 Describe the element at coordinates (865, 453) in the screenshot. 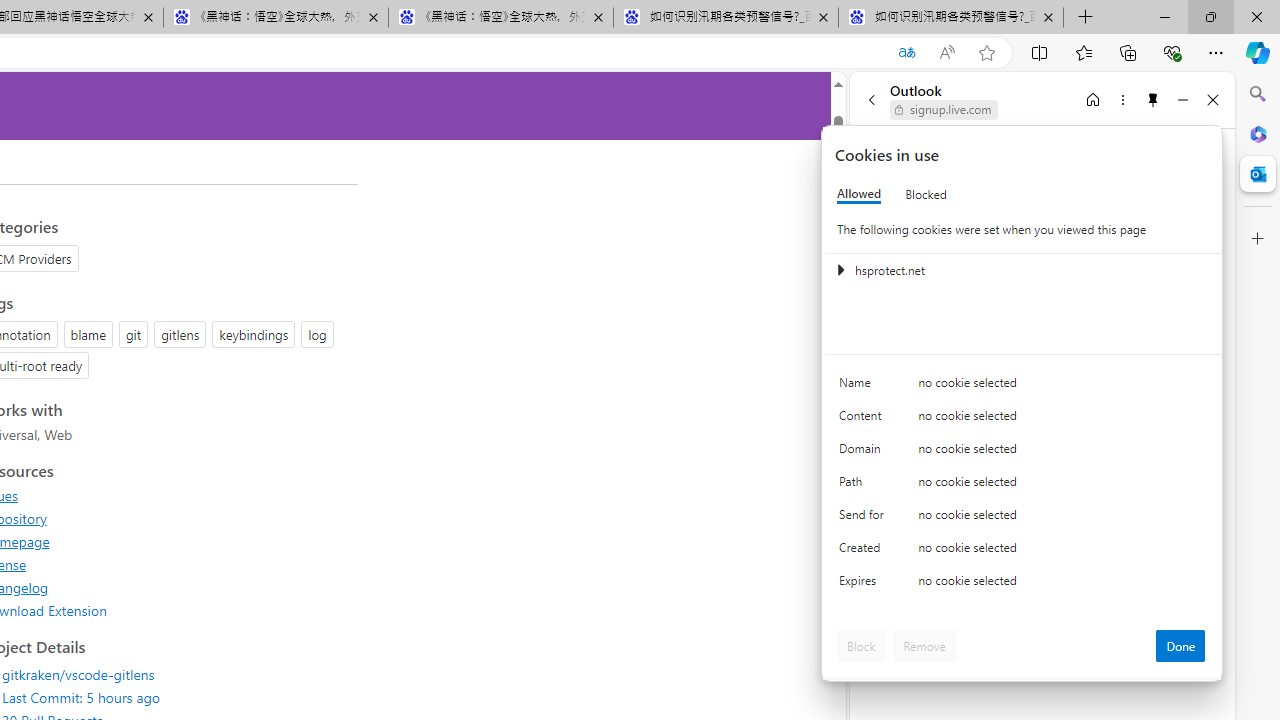

I see `'Domain'` at that location.